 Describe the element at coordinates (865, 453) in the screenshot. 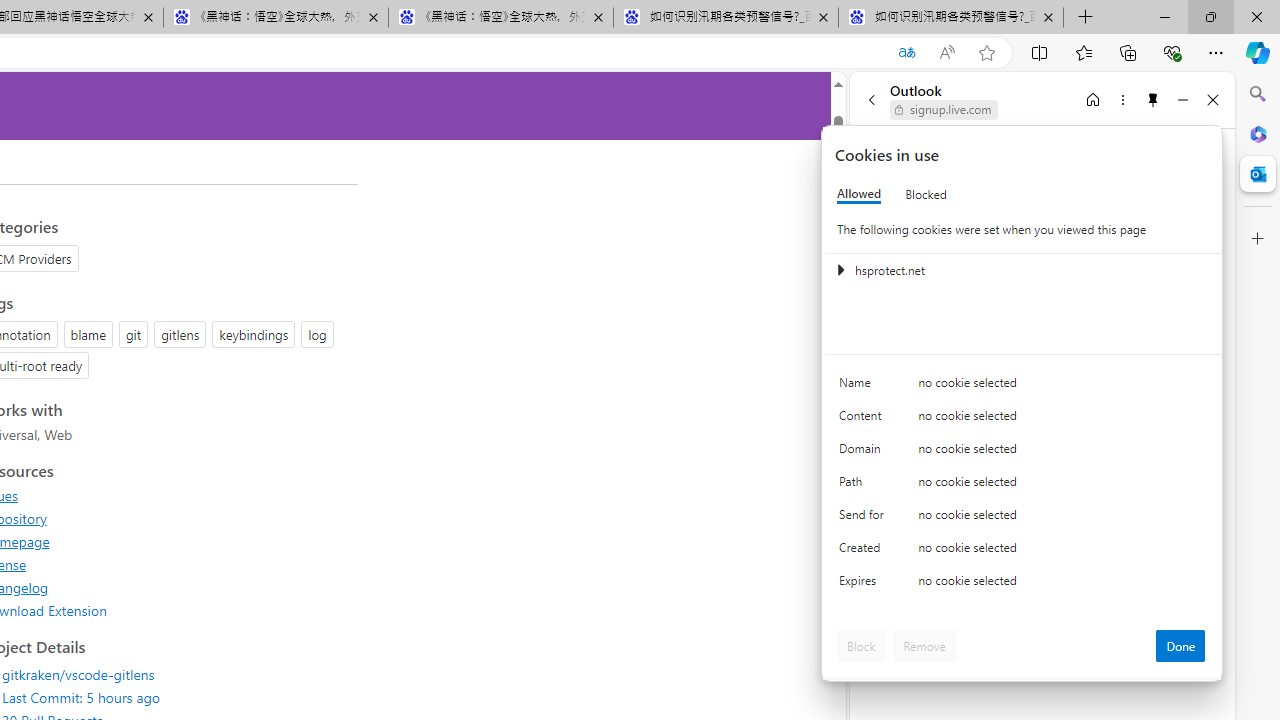

I see `'Domain'` at that location.